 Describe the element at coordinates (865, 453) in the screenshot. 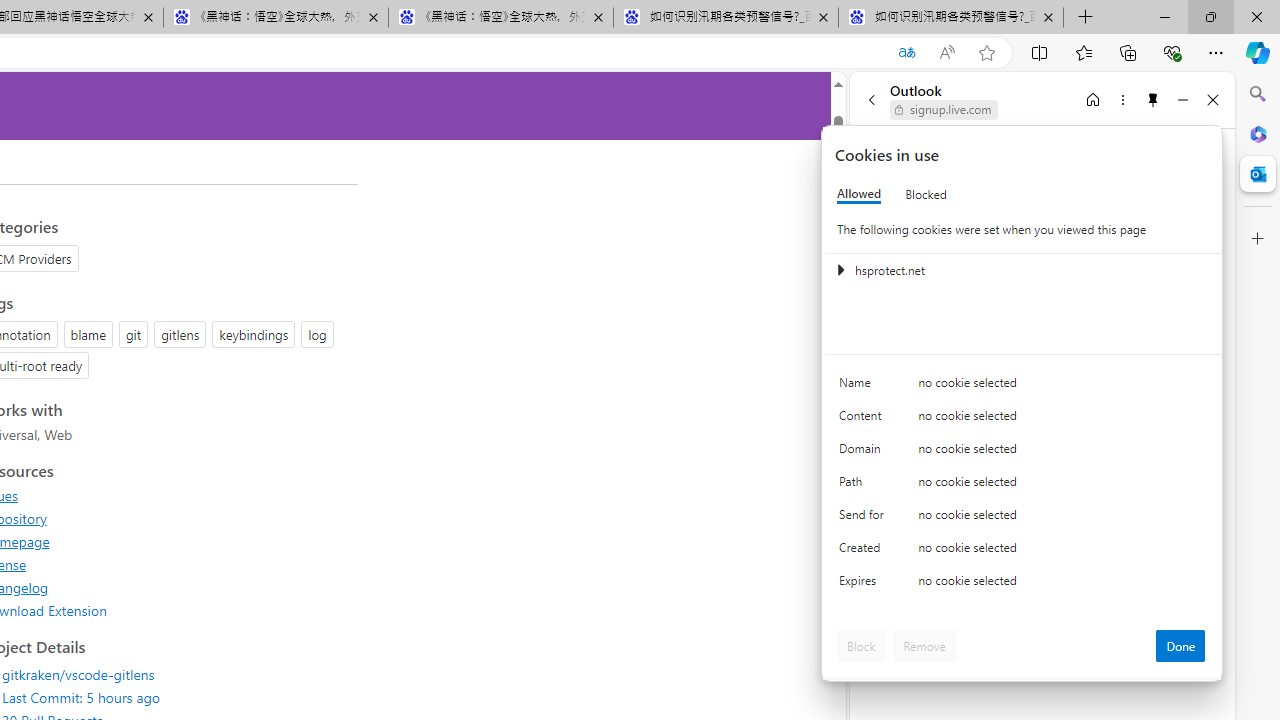

I see `'Domain'` at that location.